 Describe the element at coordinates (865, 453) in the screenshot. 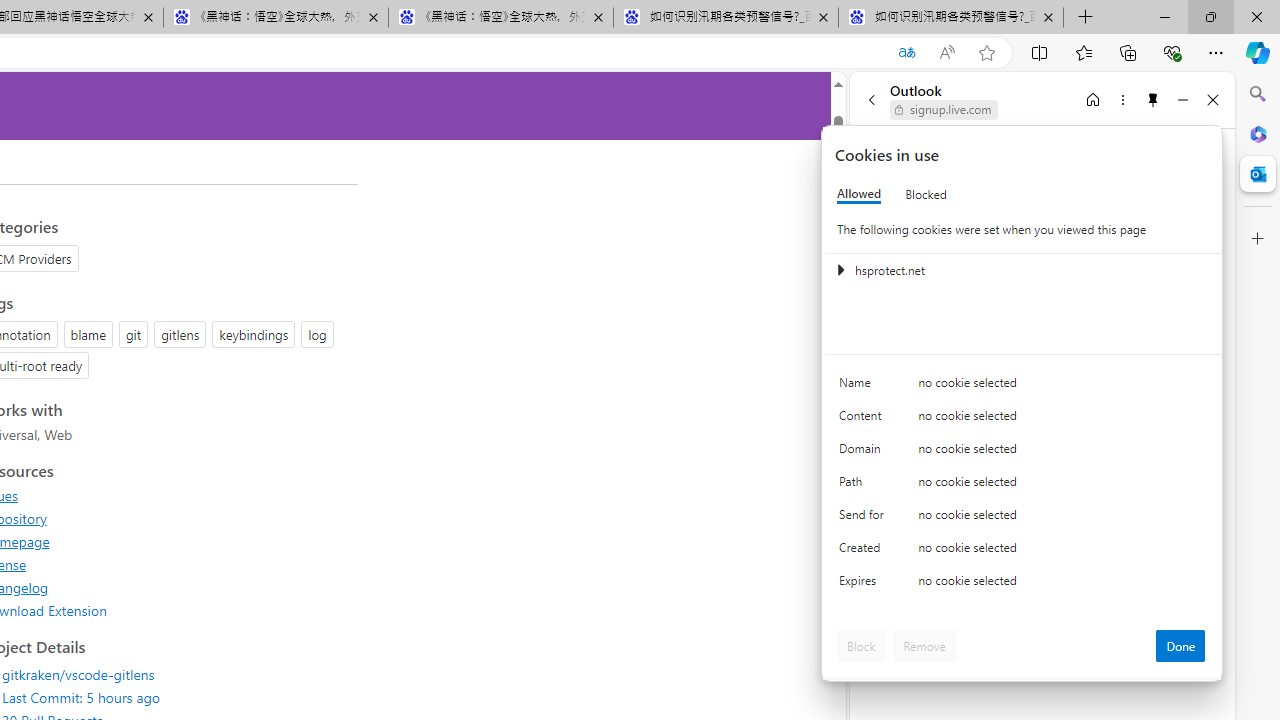

I see `'Domain'` at that location.